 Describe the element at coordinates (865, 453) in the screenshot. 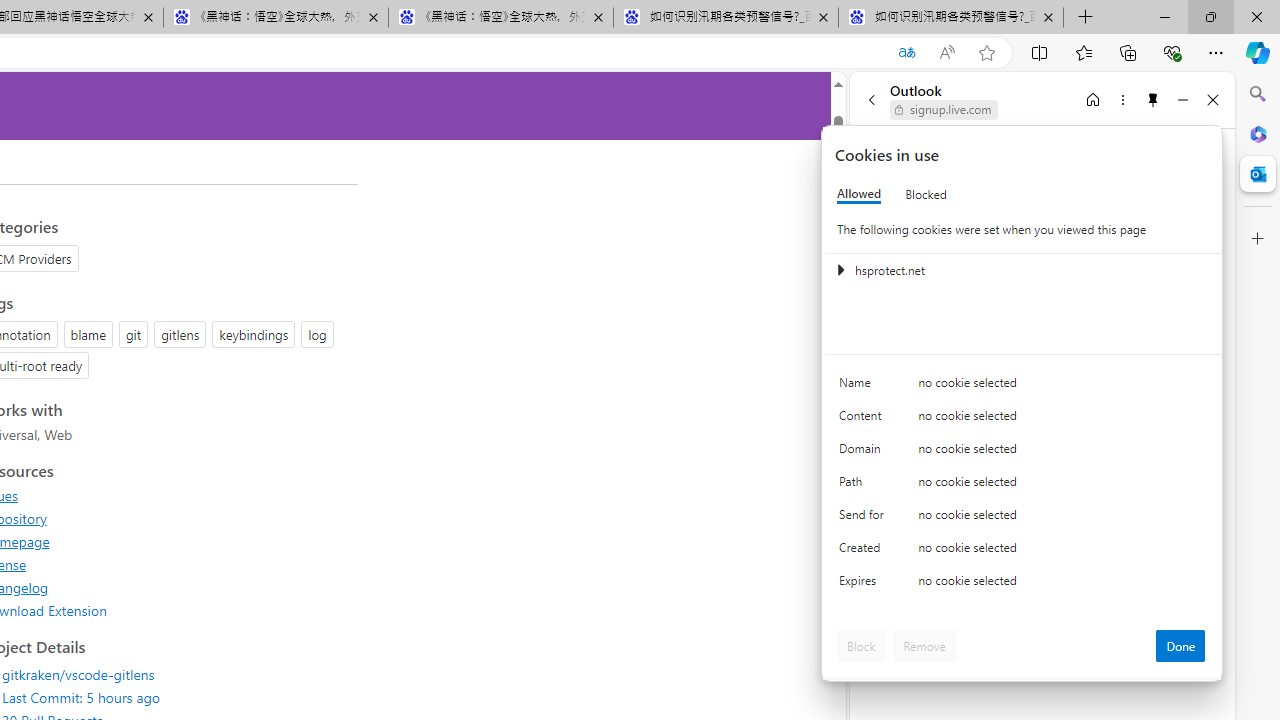

I see `'Domain'` at that location.